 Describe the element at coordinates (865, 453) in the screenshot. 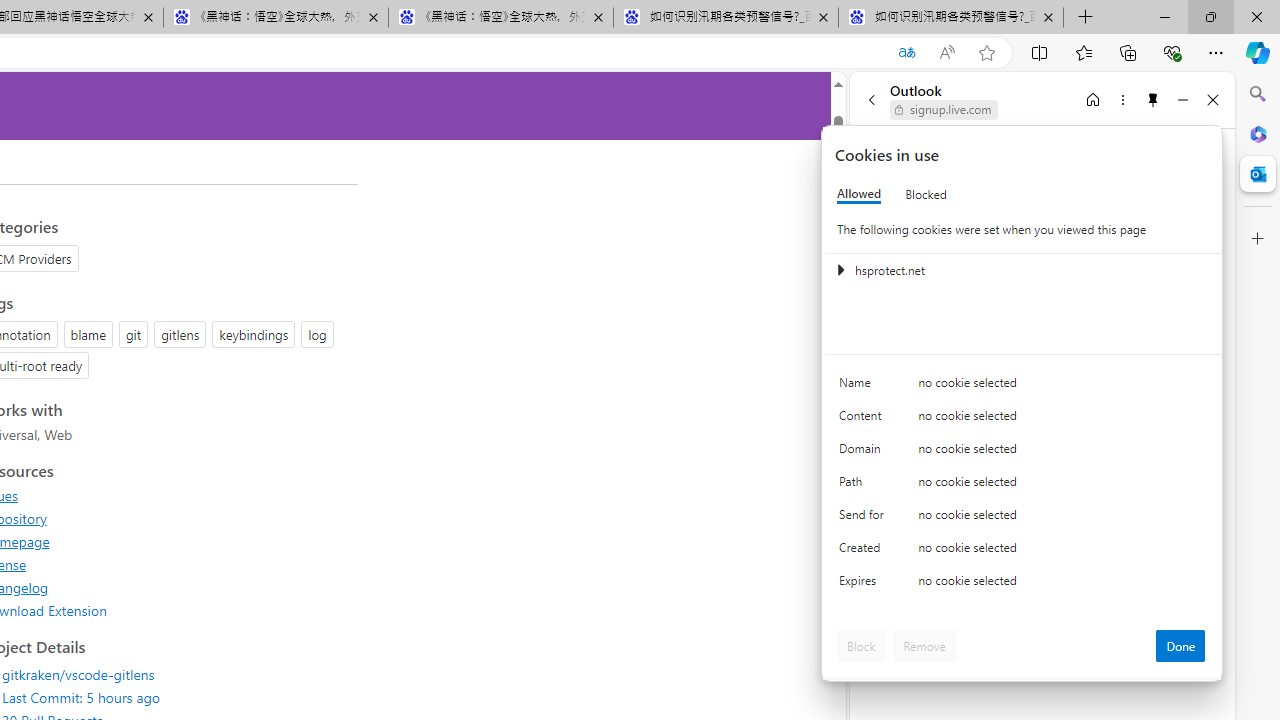

I see `'Domain'` at that location.